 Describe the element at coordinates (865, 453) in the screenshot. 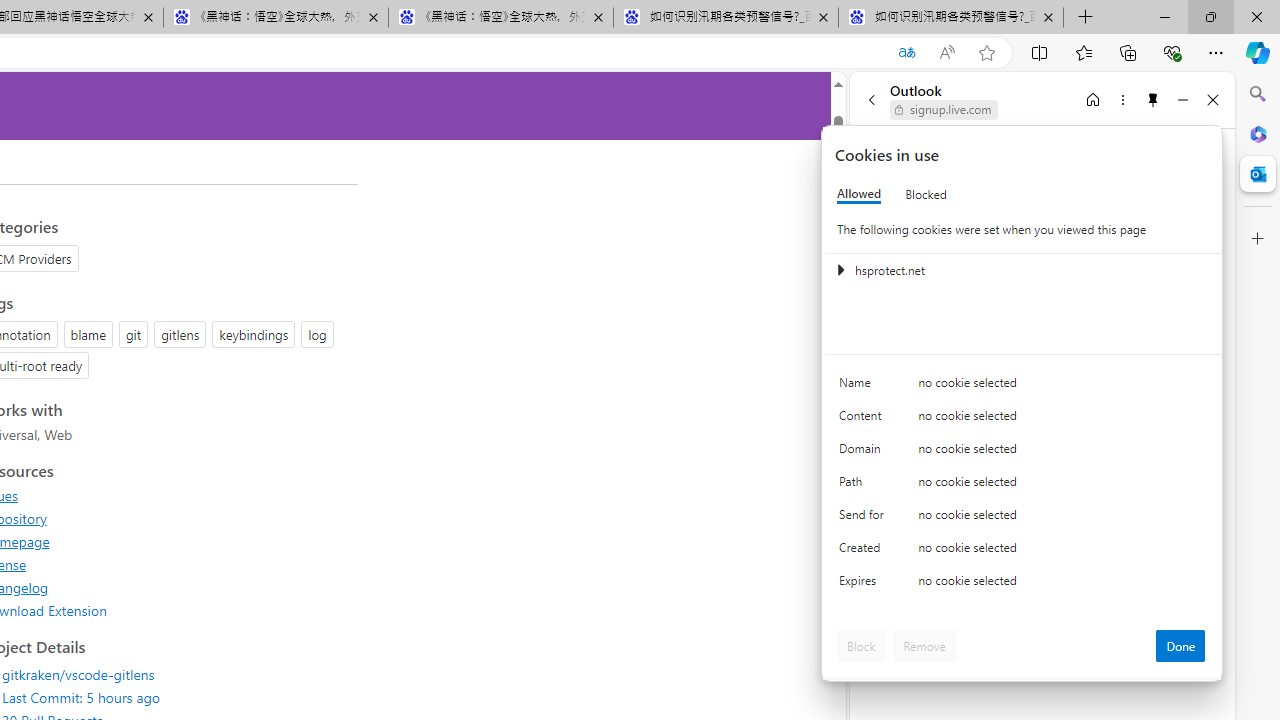

I see `'Domain'` at that location.